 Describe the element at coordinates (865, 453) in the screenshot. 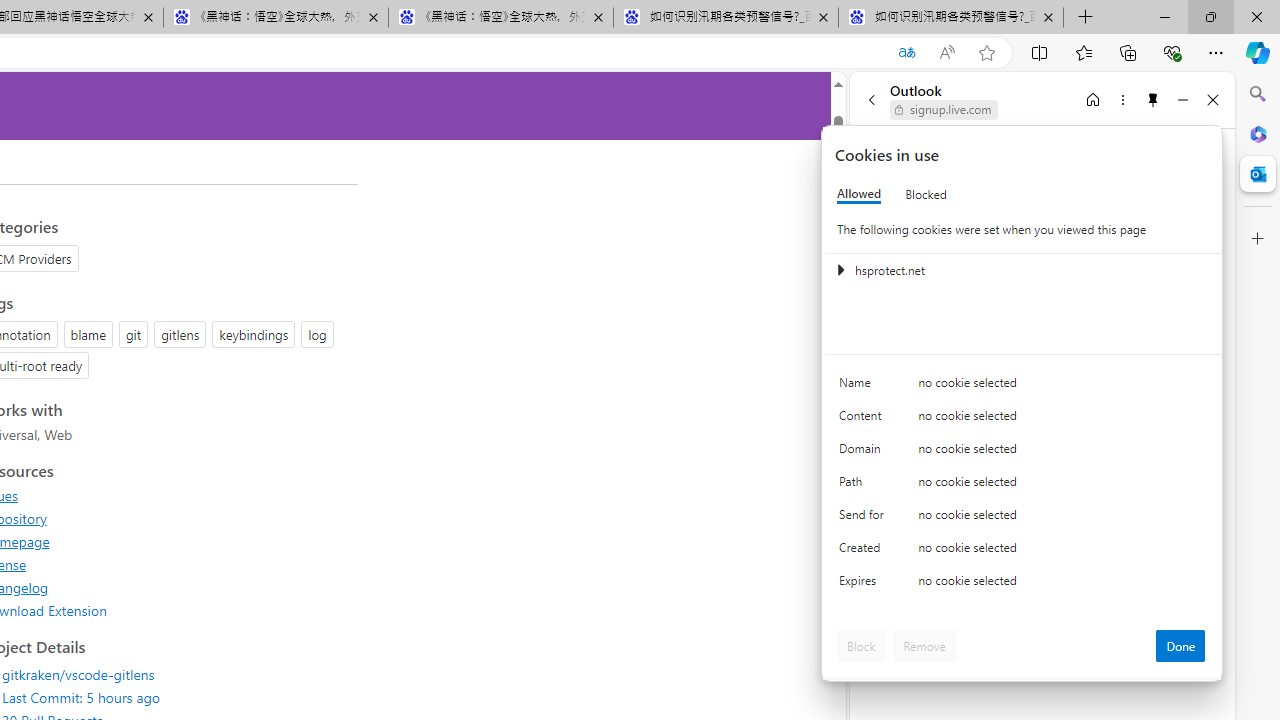

I see `'Domain'` at that location.